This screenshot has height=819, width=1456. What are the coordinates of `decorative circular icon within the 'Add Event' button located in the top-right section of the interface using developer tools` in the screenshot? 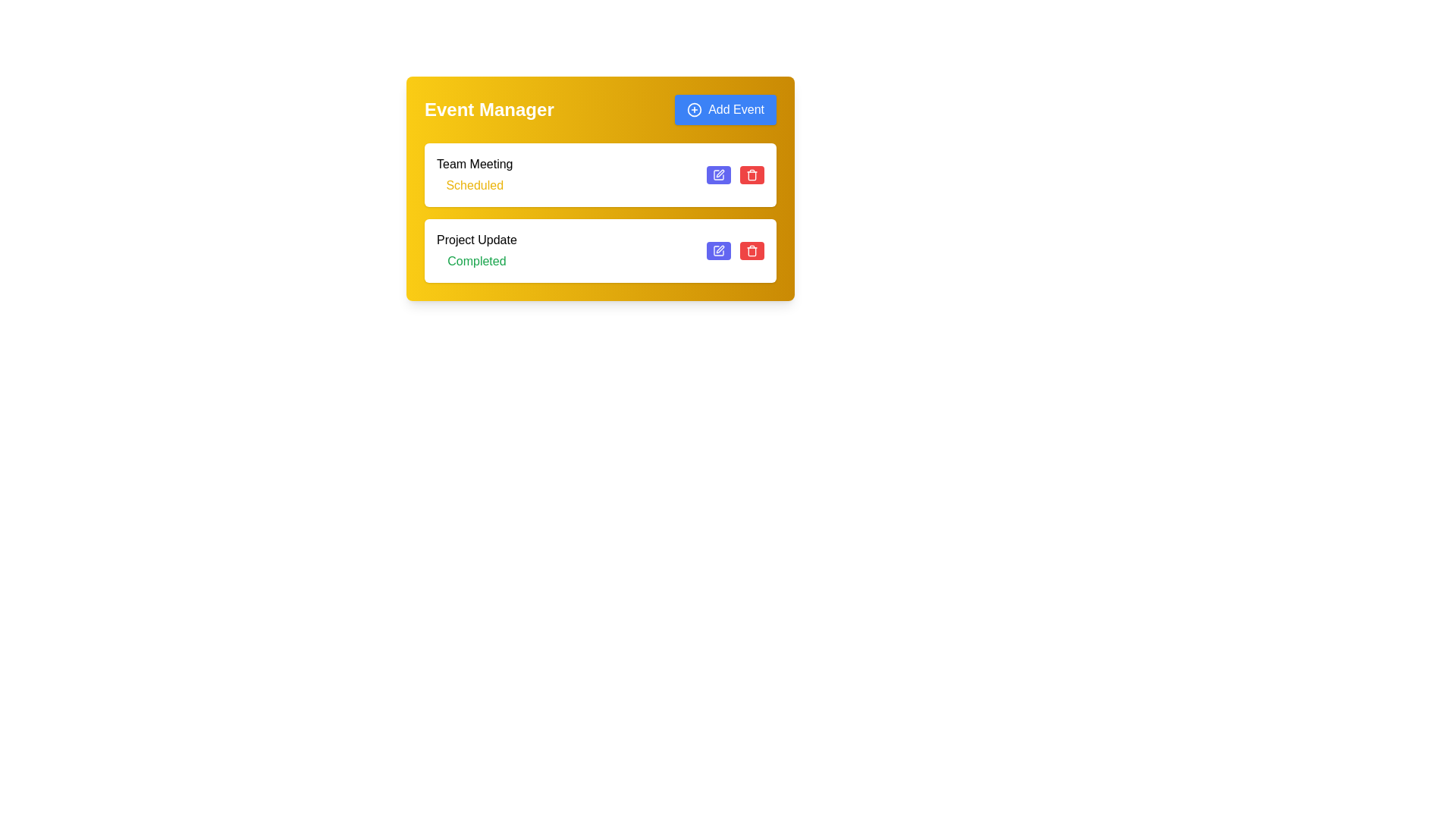 It's located at (694, 109).